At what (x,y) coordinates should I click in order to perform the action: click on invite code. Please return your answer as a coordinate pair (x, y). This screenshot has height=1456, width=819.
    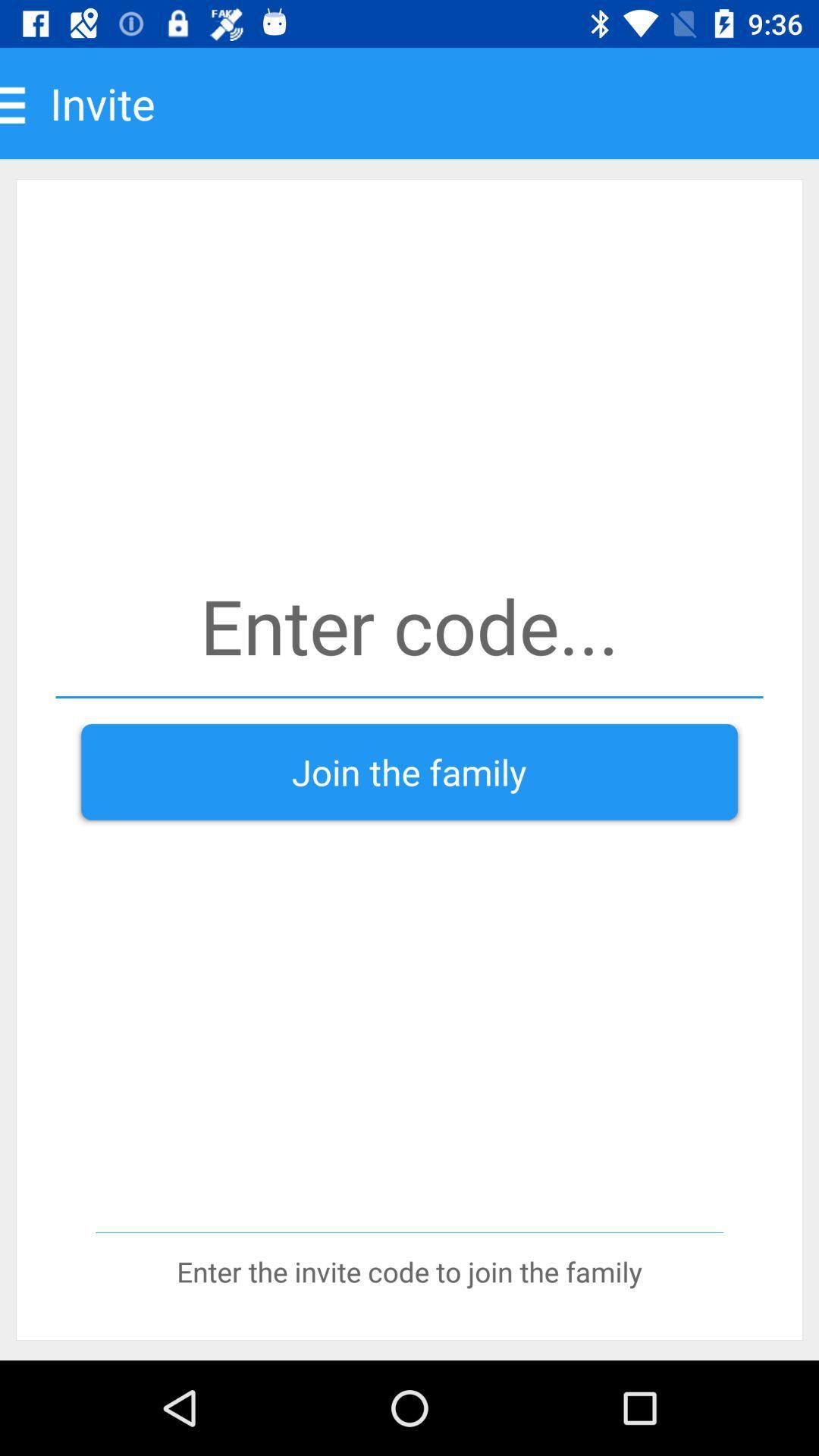
    Looking at the image, I should click on (409, 626).